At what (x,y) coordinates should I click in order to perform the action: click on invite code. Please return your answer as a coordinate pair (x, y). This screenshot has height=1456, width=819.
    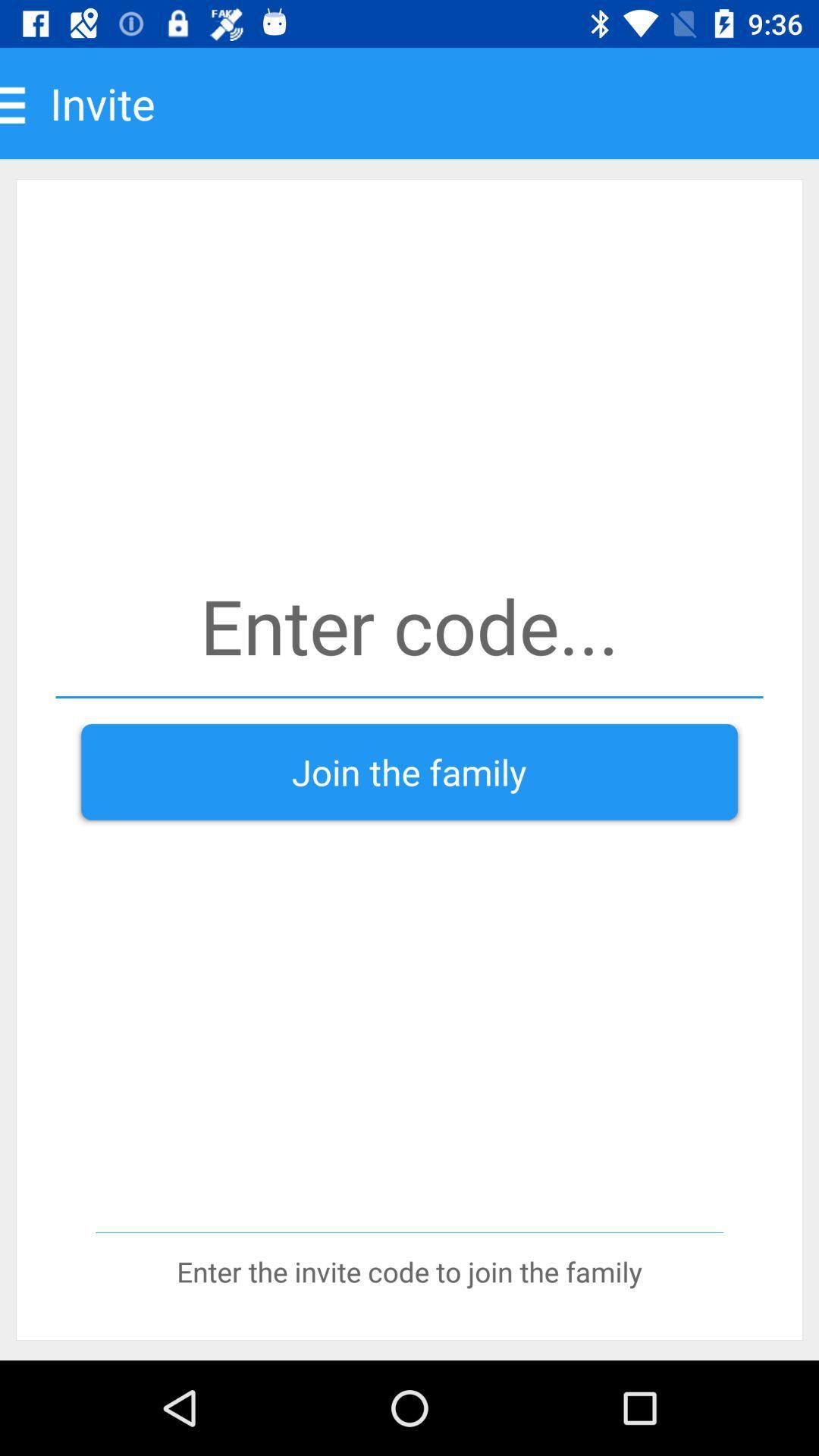
    Looking at the image, I should click on (409, 626).